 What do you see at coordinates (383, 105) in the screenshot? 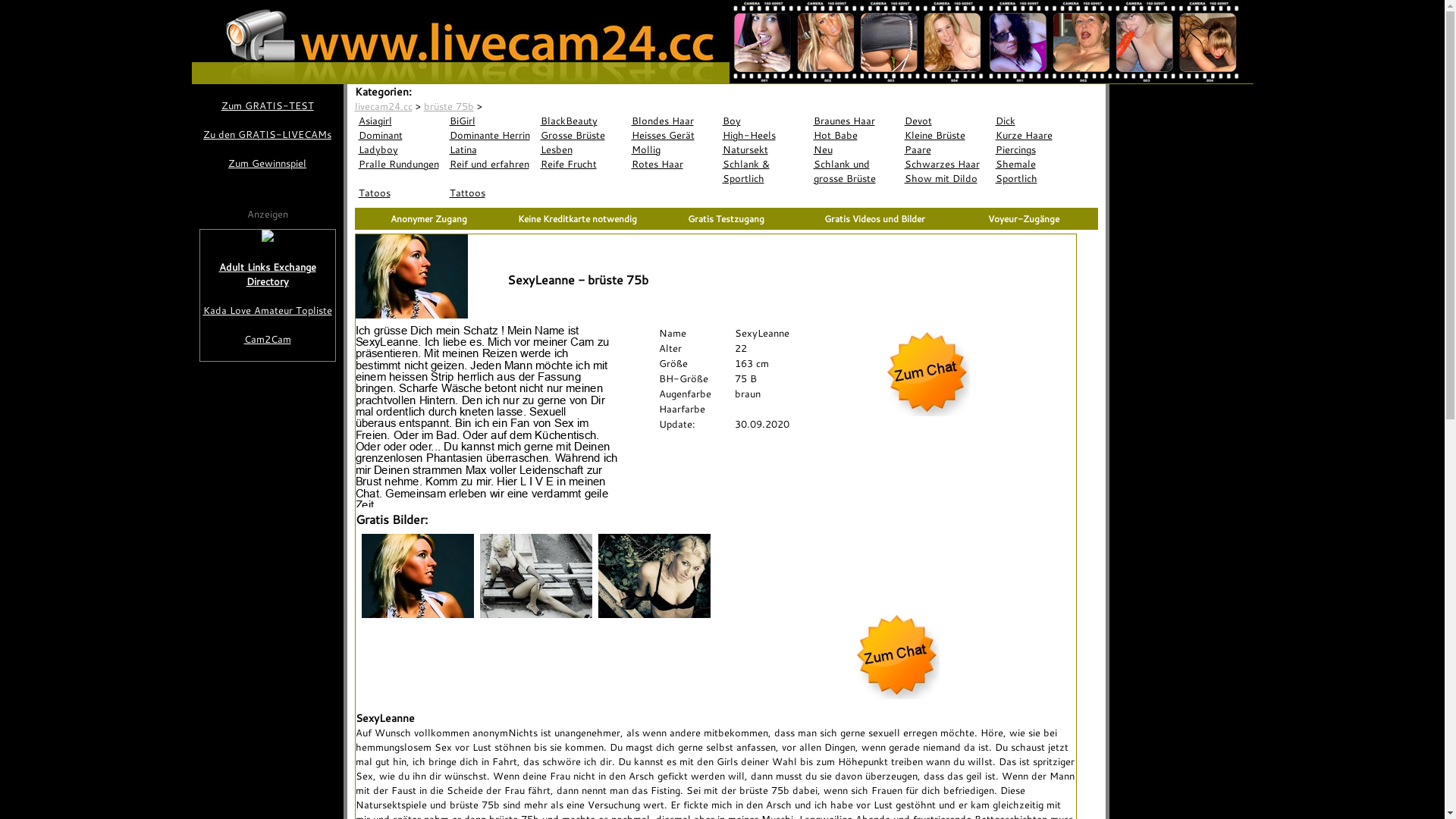
I see `'livecam24.cc'` at bounding box center [383, 105].